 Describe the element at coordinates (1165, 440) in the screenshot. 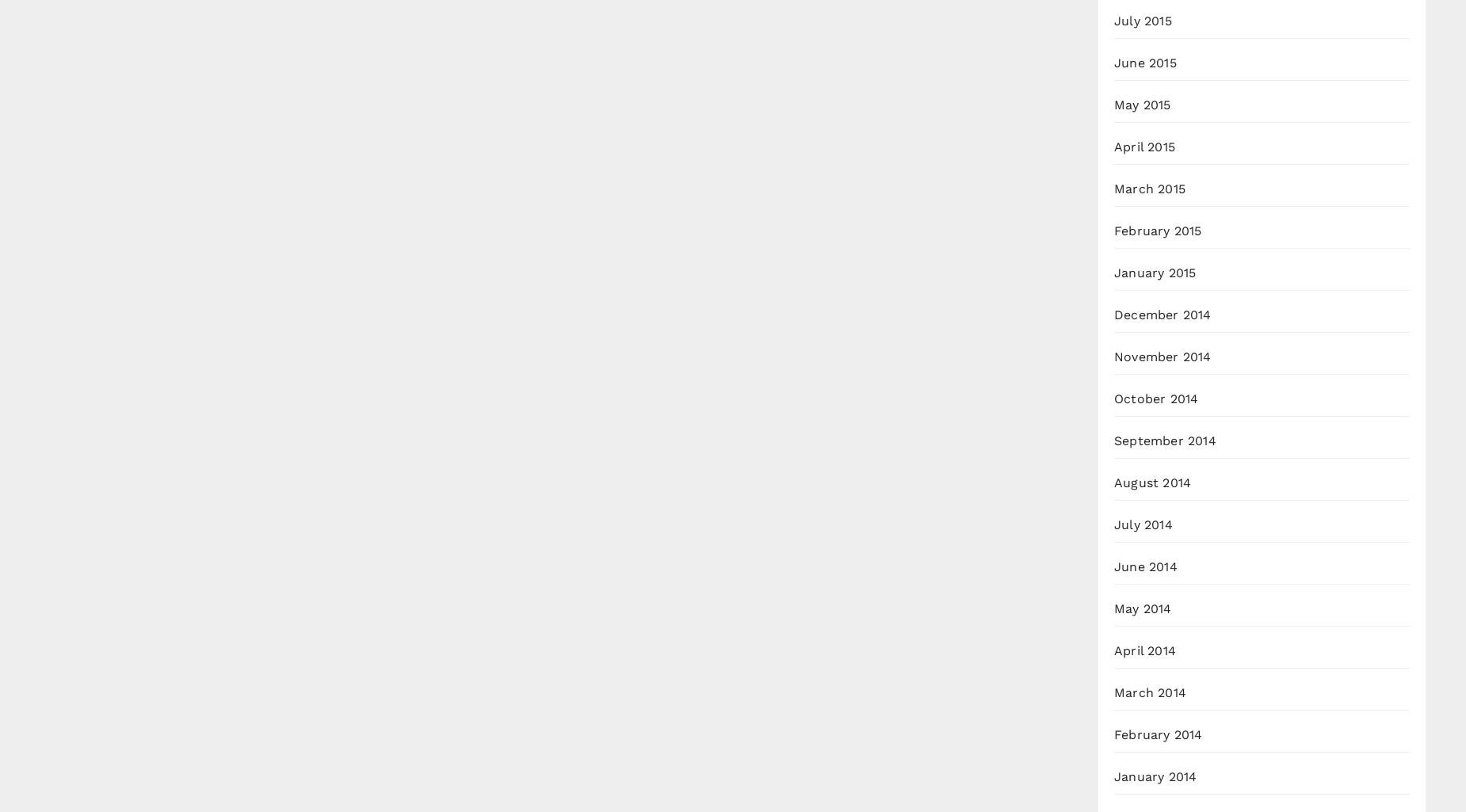

I see `'September 2014'` at that location.